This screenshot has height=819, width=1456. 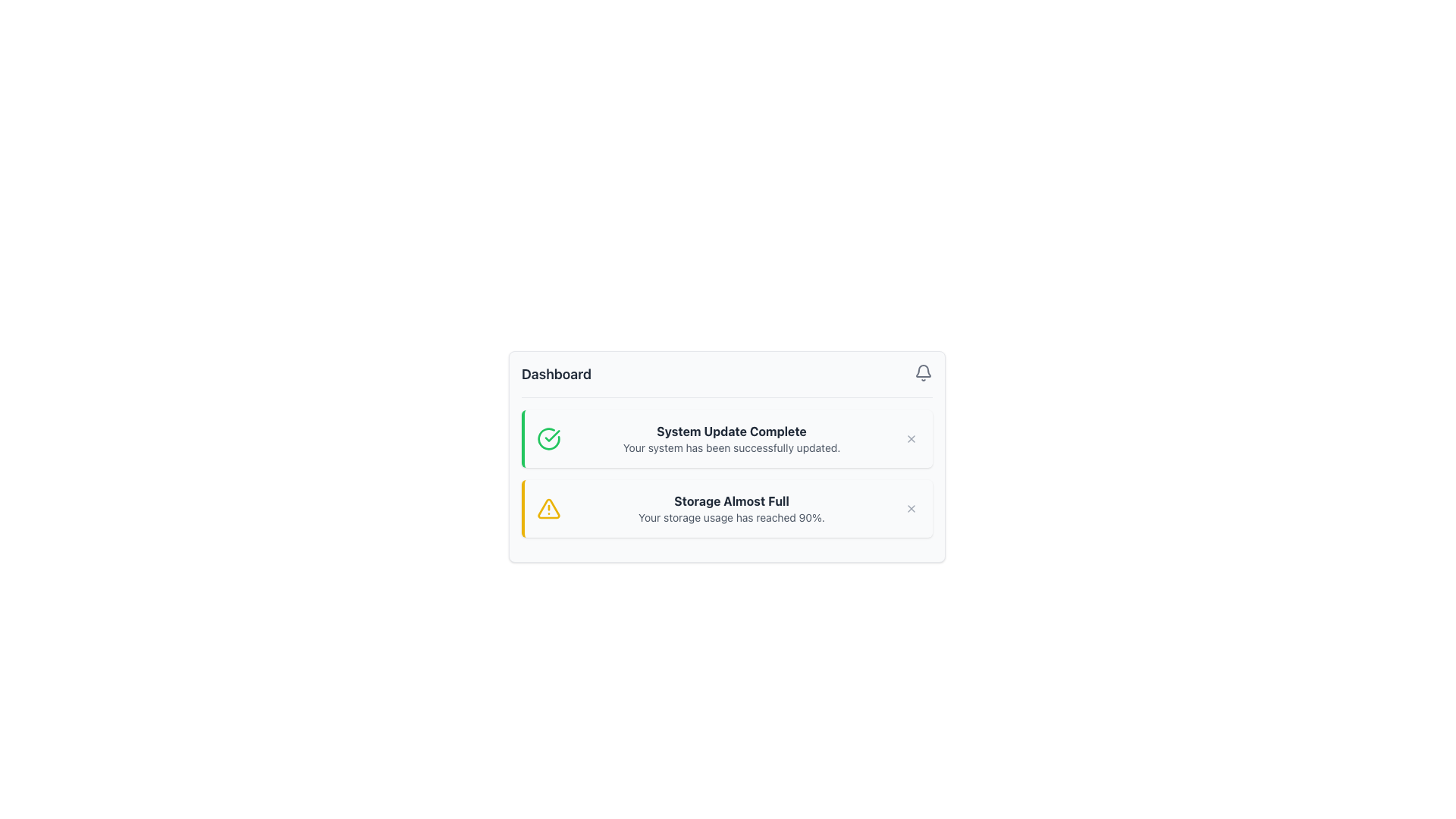 What do you see at coordinates (910, 509) in the screenshot?
I see `the close button located at the far-right of the 'Storage Almost Full' notification card` at bounding box center [910, 509].